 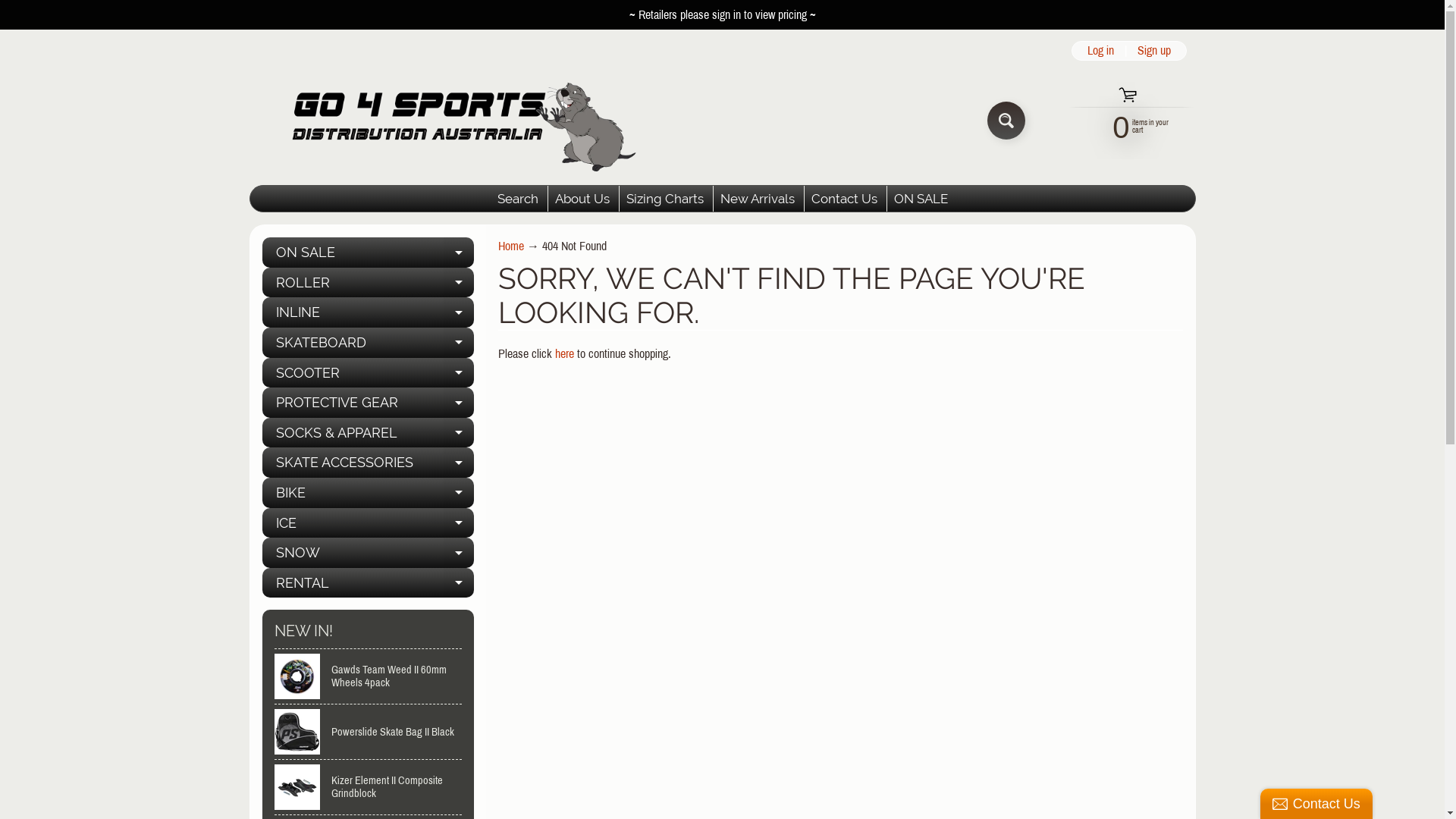 I want to click on 'PROTECTIVE GEAR, so click(x=368, y=402).